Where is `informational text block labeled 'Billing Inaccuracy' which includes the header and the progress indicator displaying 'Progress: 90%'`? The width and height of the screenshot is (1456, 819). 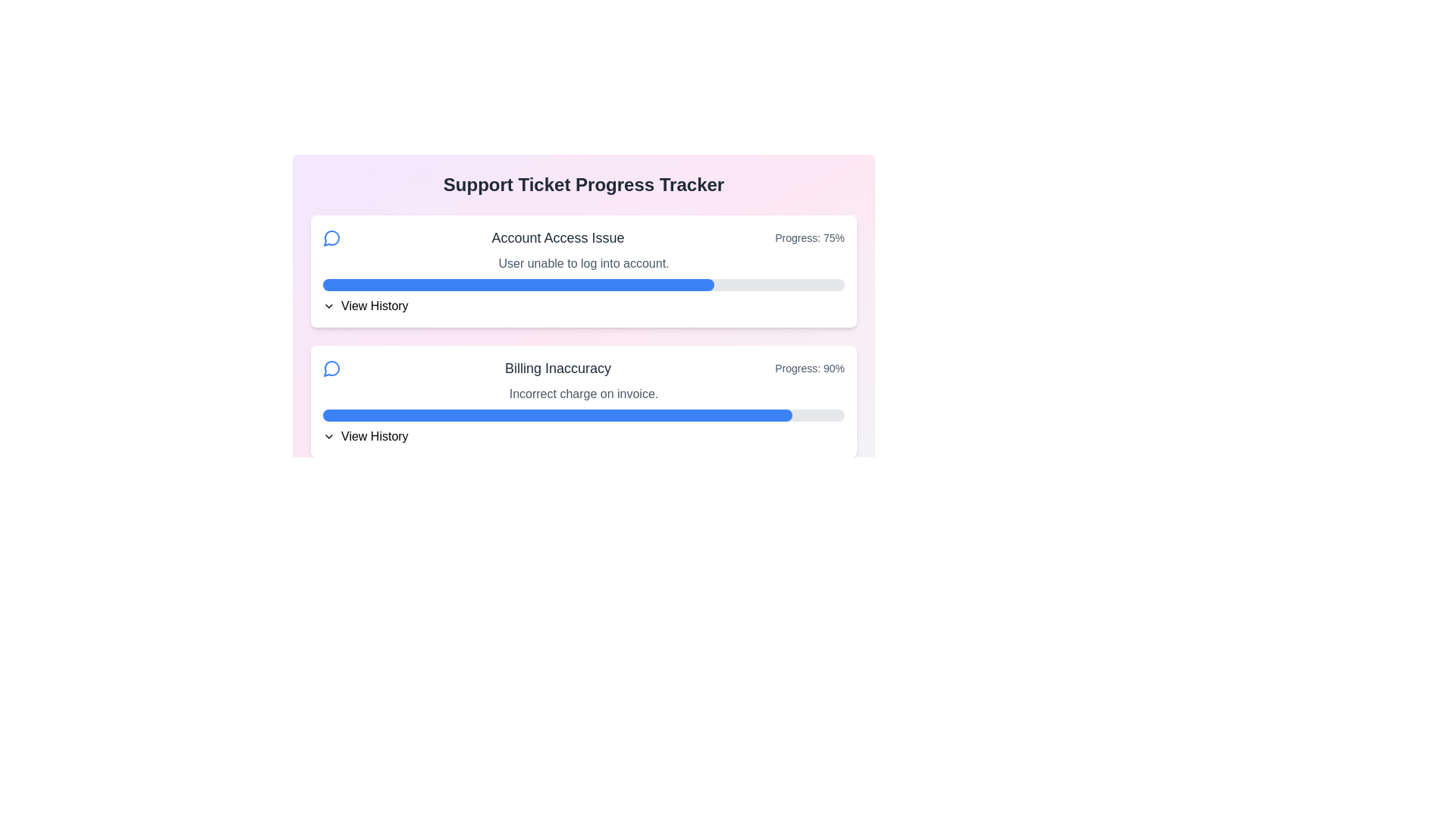
informational text block labeled 'Billing Inaccuracy' which includes the header and the progress indicator displaying 'Progress: 90%' is located at coordinates (582, 369).